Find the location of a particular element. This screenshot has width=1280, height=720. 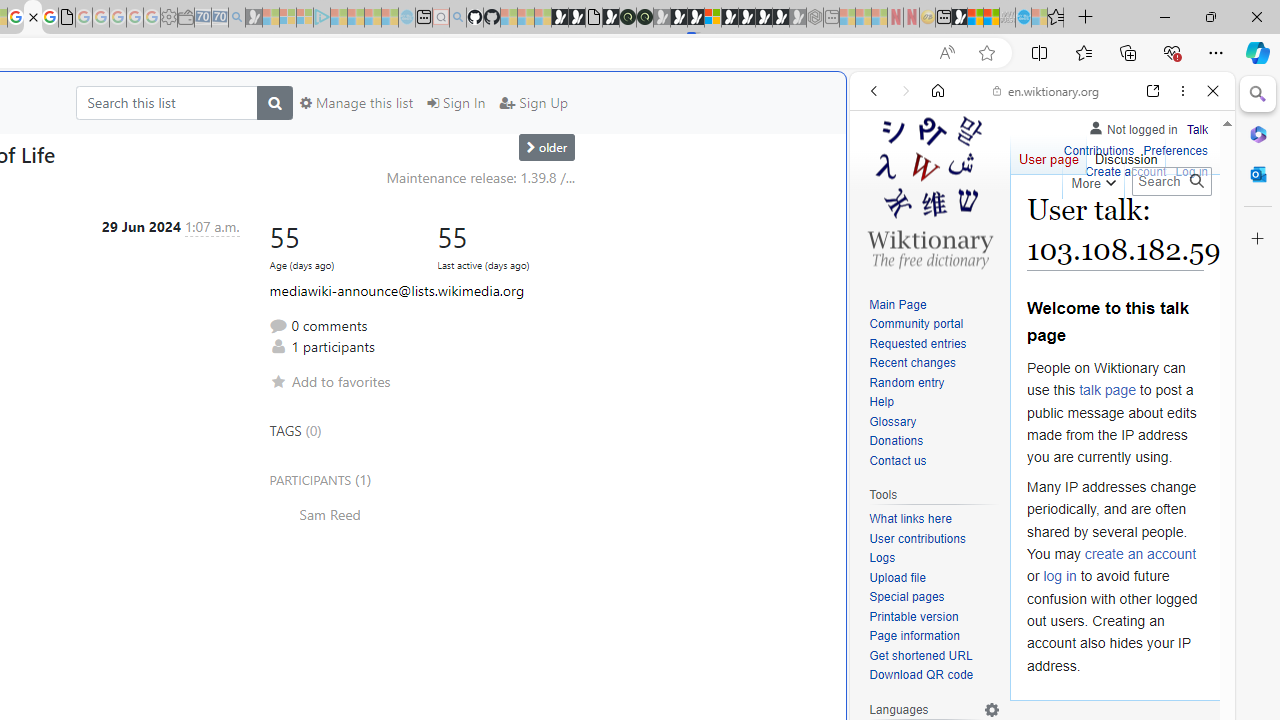

'en.wiktionary.org' is located at coordinates (1045, 91).